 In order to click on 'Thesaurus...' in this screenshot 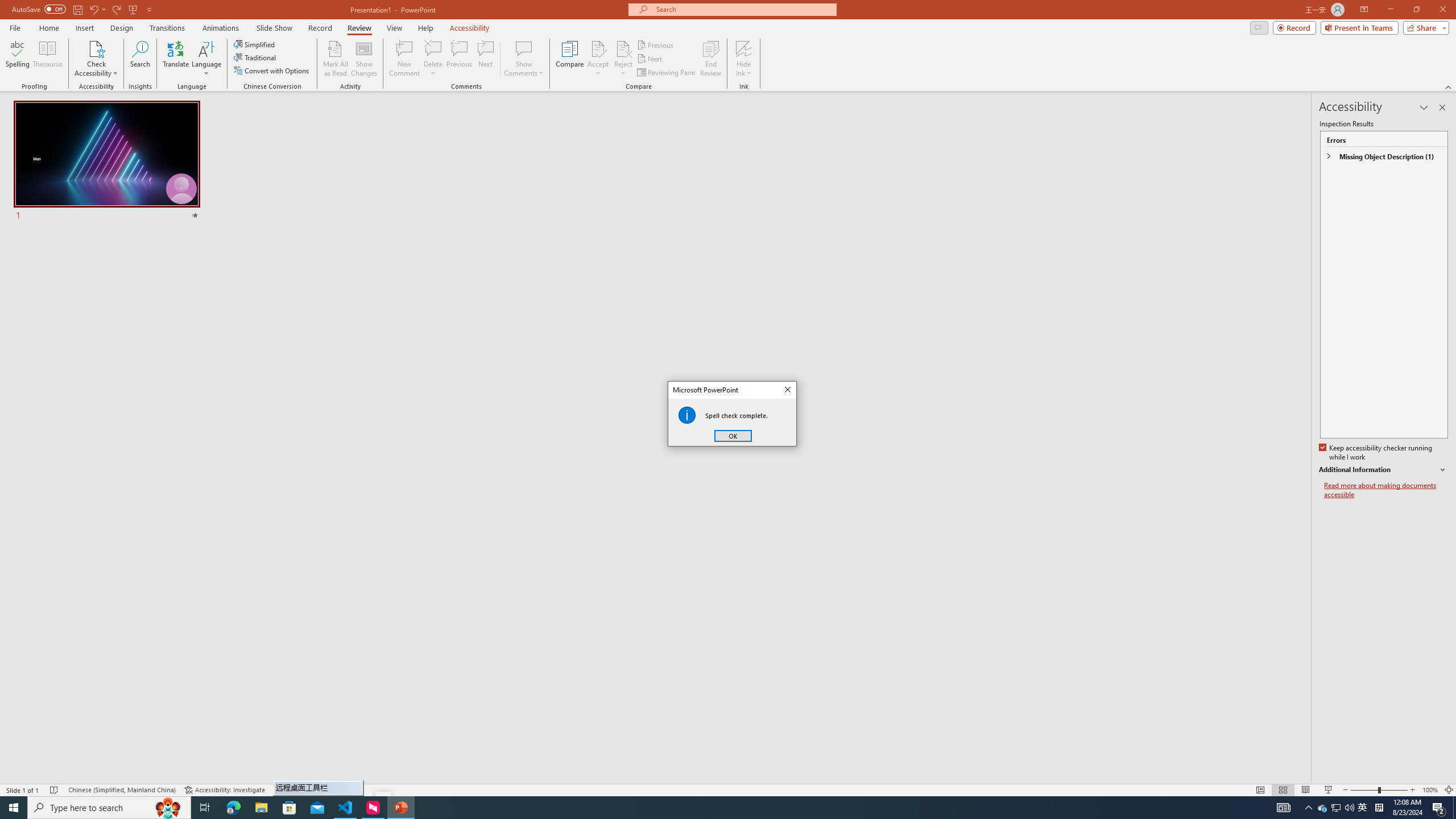, I will do `click(47, 59)`.